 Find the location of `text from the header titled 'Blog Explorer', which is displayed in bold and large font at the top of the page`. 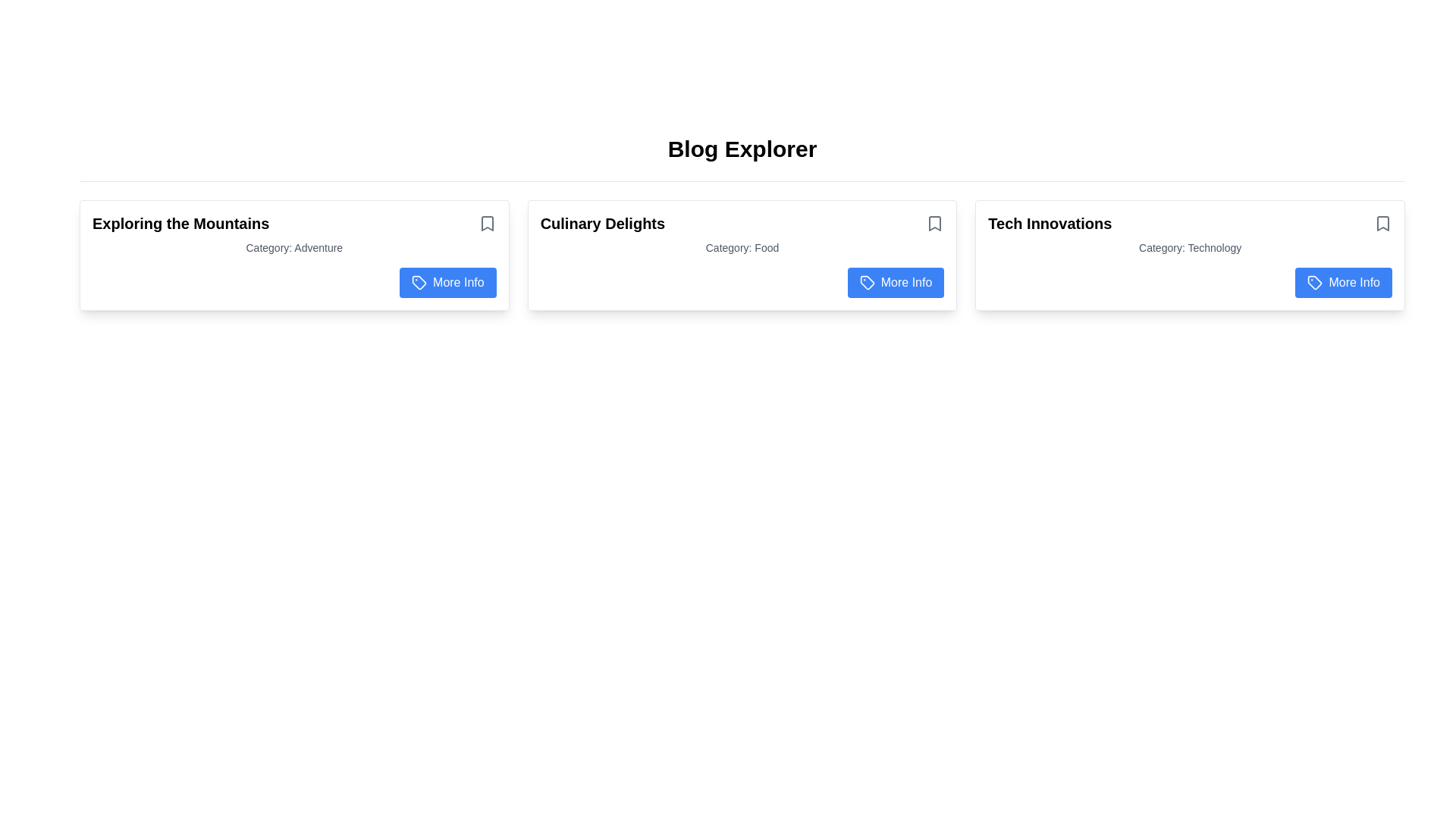

text from the header titled 'Blog Explorer', which is displayed in bold and large font at the top of the page is located at coordinates (742, 149).